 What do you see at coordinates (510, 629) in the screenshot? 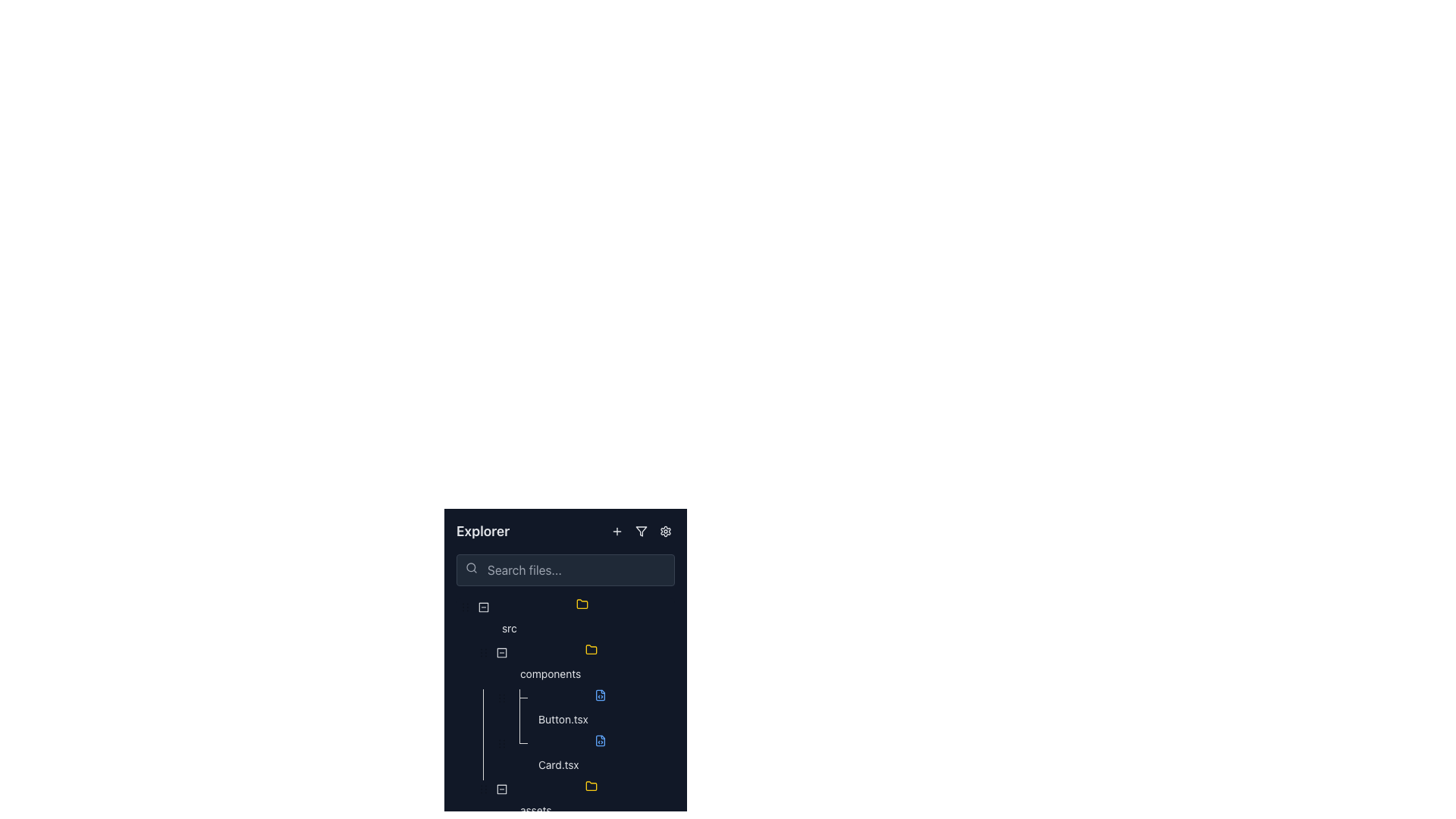
I see `the 'src' text label in the Explorer section` at bounding box center [510, 629].